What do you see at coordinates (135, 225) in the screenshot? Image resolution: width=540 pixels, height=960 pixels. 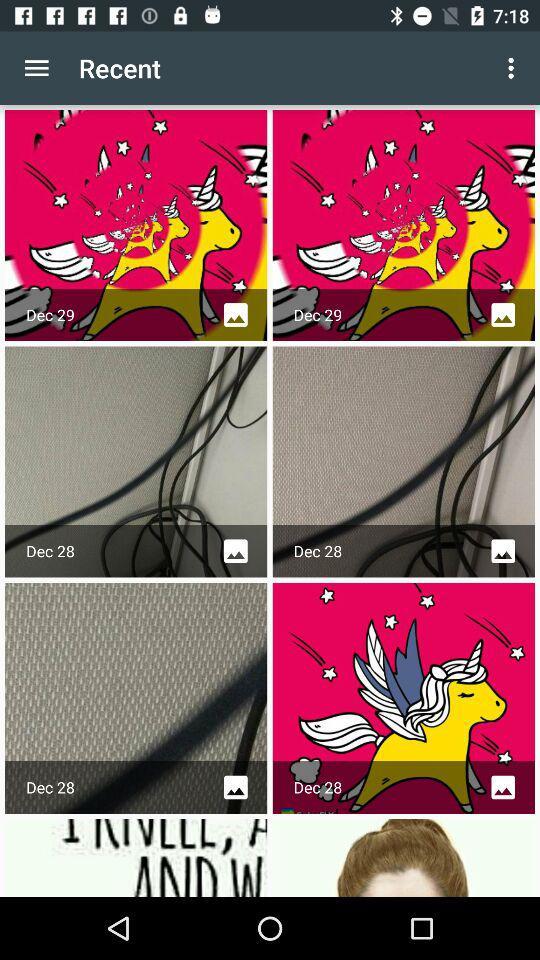 I see `the first image` at bounding box center [135, 225].